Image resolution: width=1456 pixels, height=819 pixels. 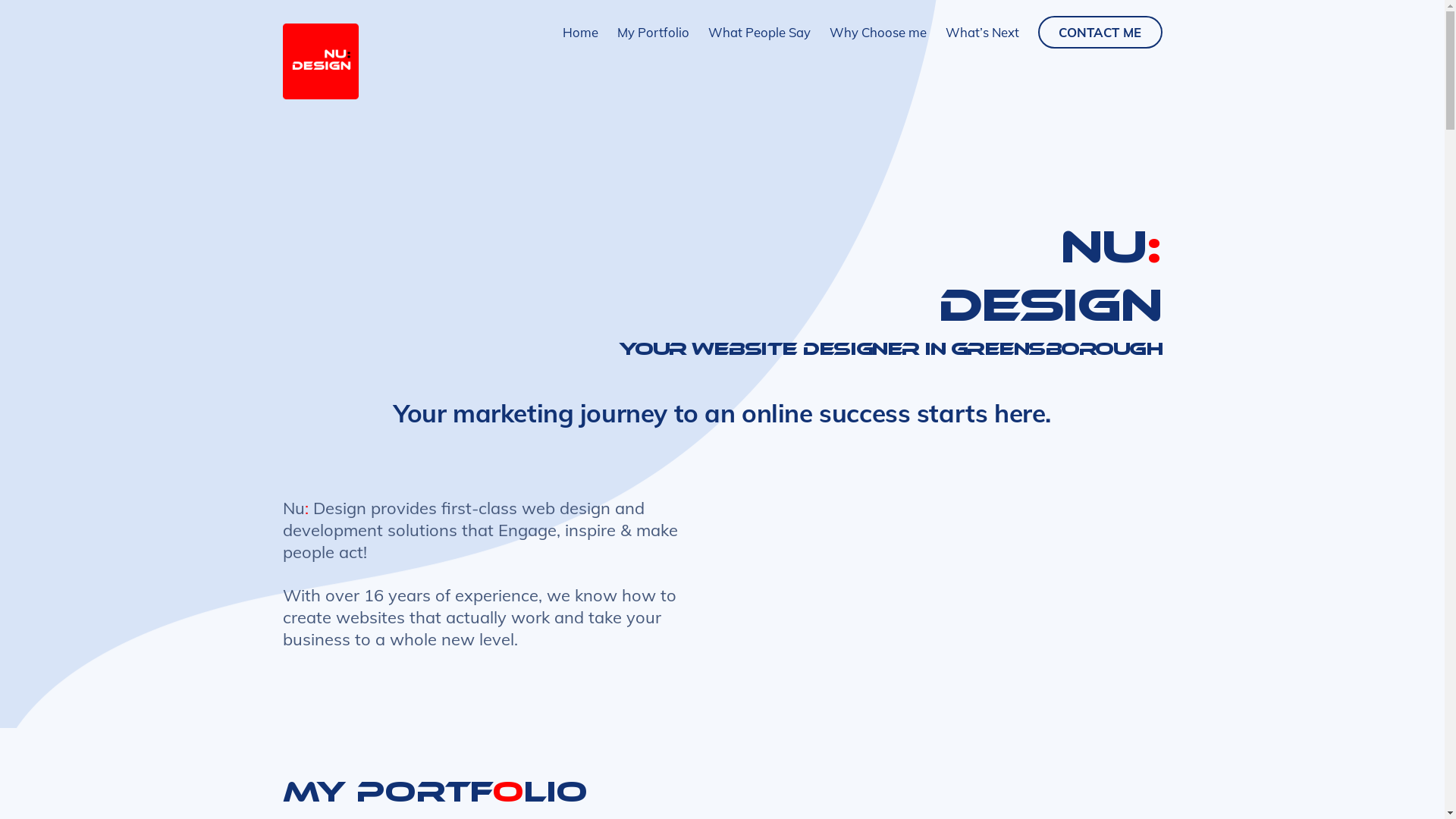 What do you see at coordinates (653, 32) in the screenshot?
I see `'My Portfolio'` at bounding box center [653, 32].